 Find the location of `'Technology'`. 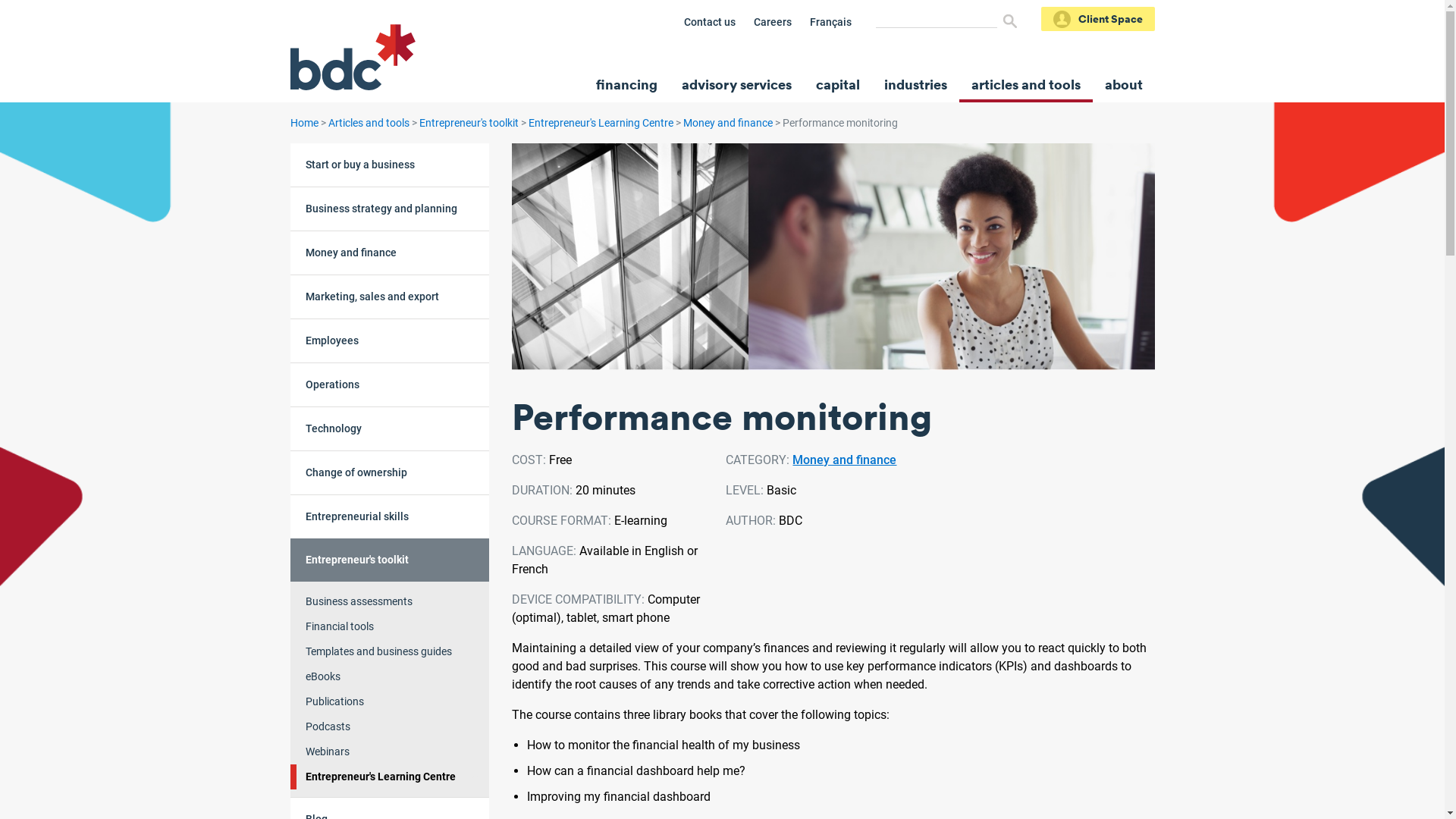

'Technology' is located at coordinates (389, 428).